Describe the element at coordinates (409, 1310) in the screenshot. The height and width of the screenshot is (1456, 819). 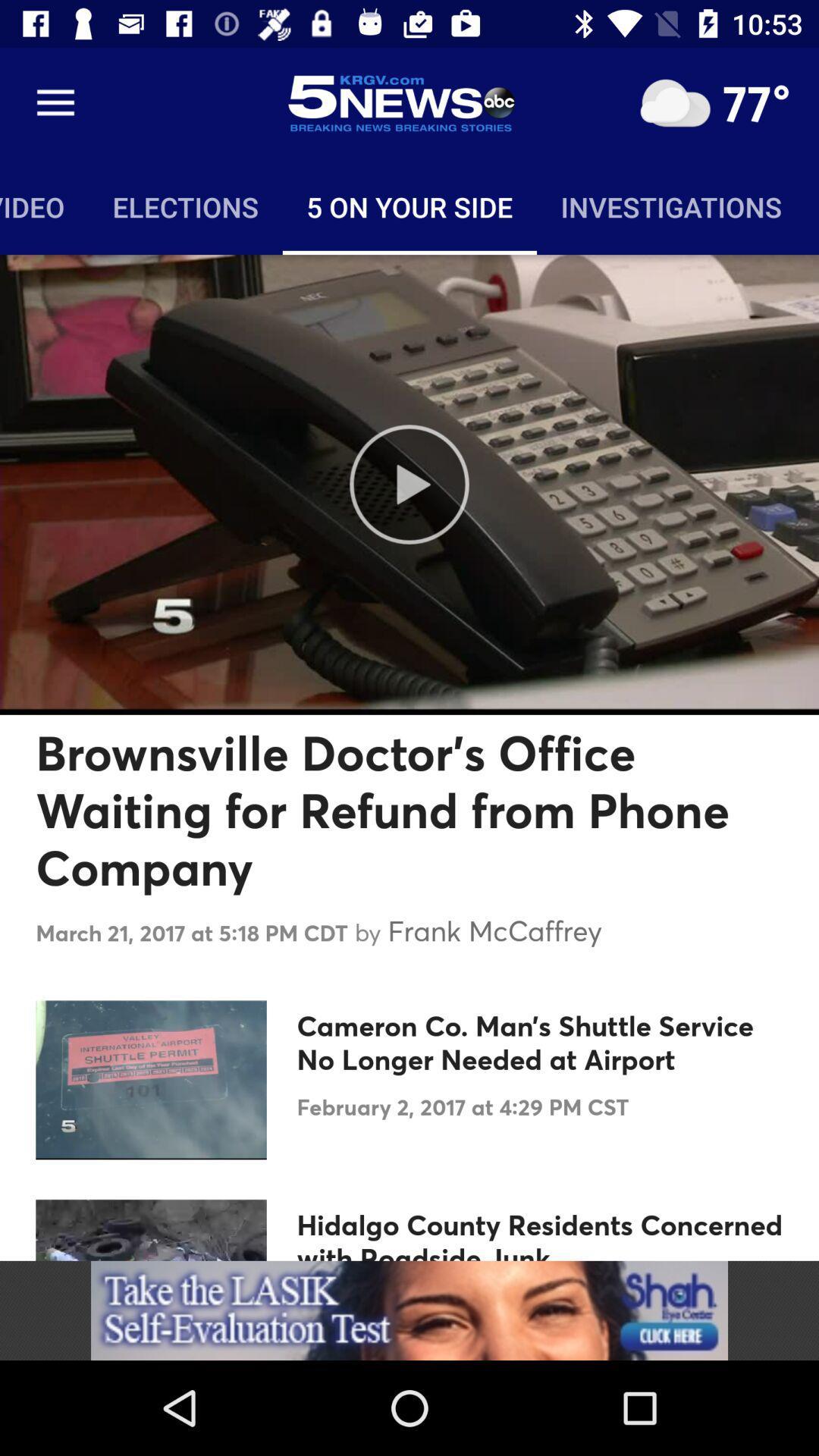
I see `advertisement link` at that location.